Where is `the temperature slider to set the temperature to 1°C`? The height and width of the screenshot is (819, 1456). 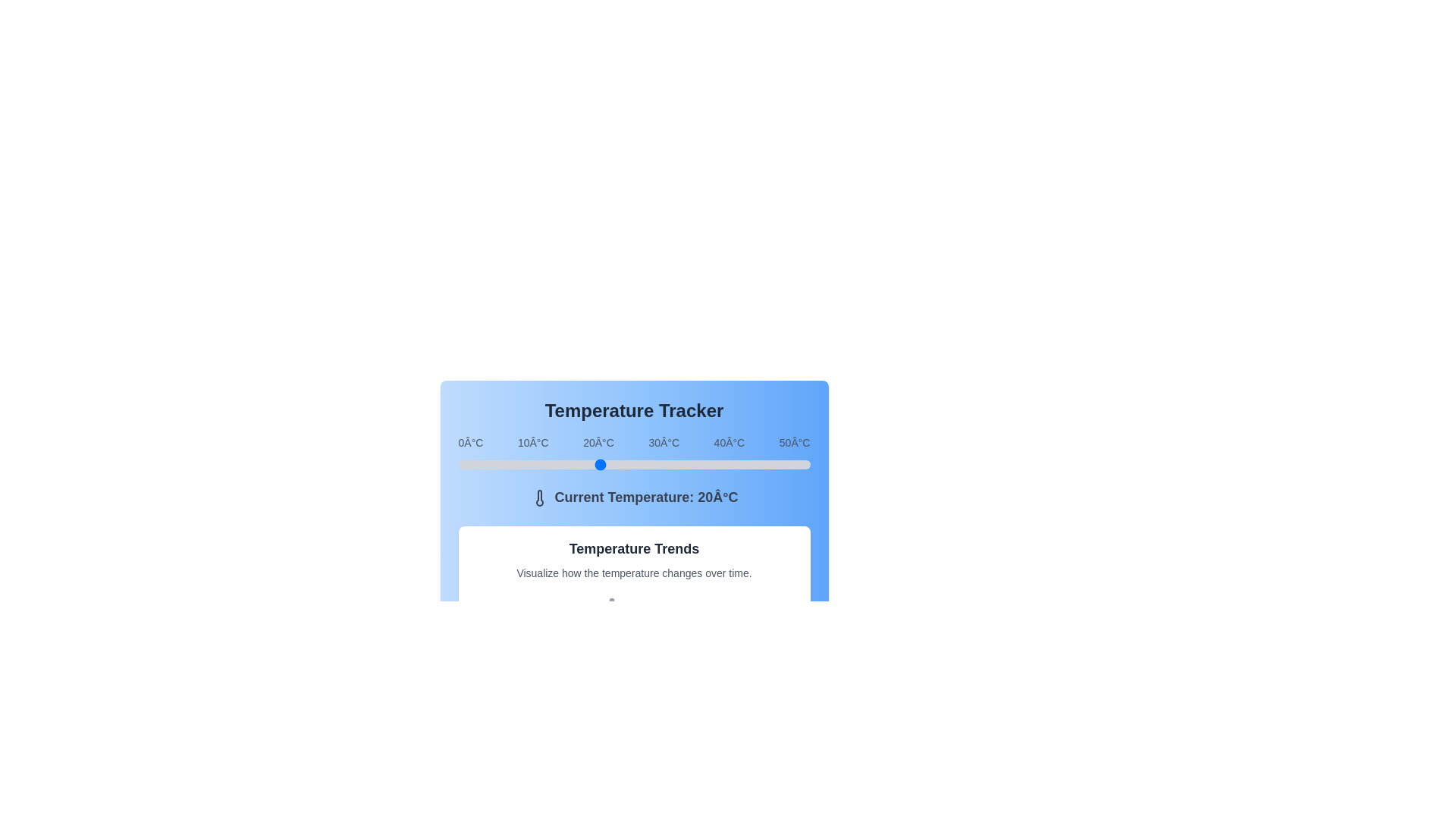 the temperature slider to set the temperature to 1°C is located at coordinates (464, 464).